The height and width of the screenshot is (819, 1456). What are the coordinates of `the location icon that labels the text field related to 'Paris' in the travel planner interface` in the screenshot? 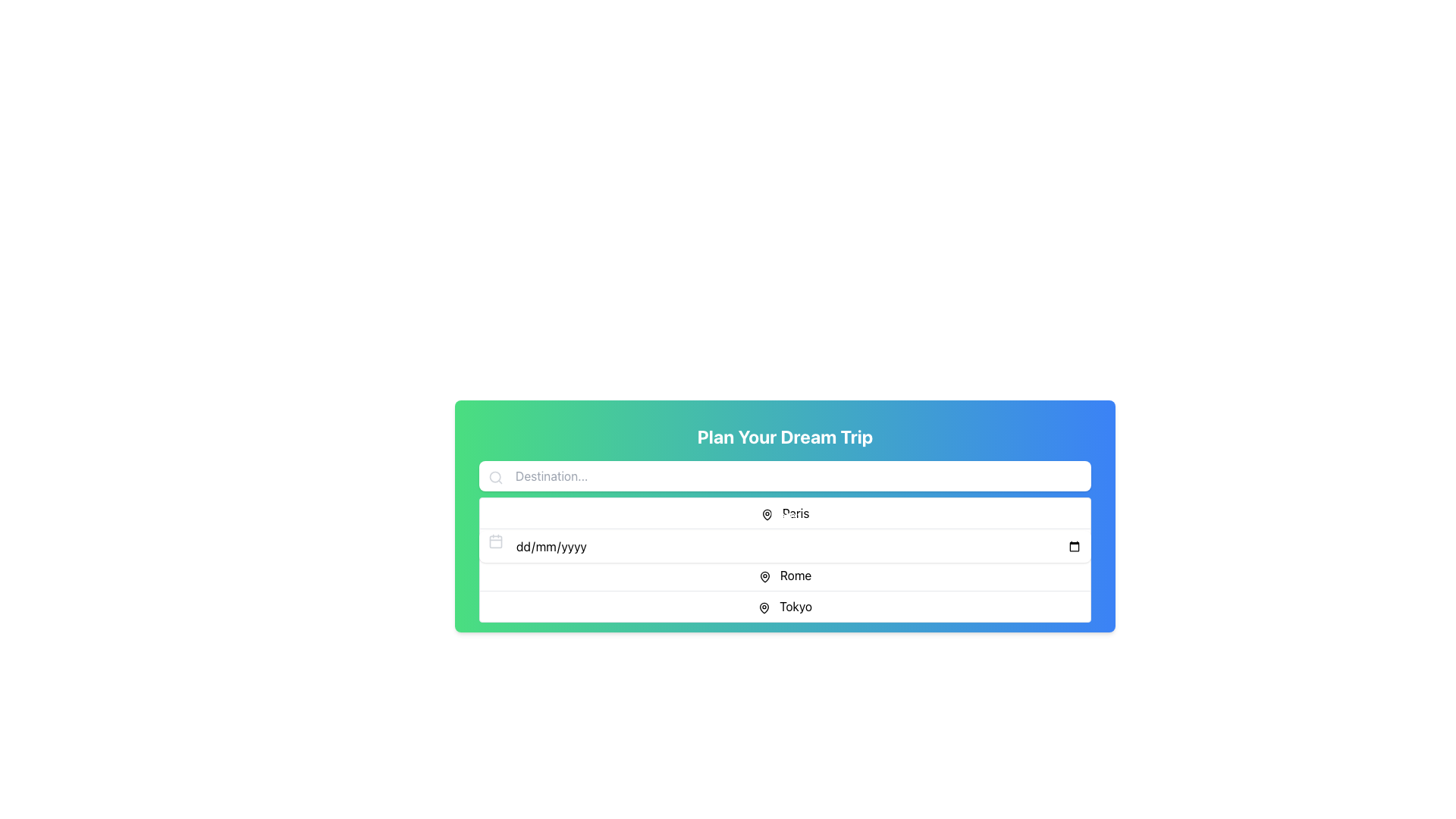 It's located at (767, 513).